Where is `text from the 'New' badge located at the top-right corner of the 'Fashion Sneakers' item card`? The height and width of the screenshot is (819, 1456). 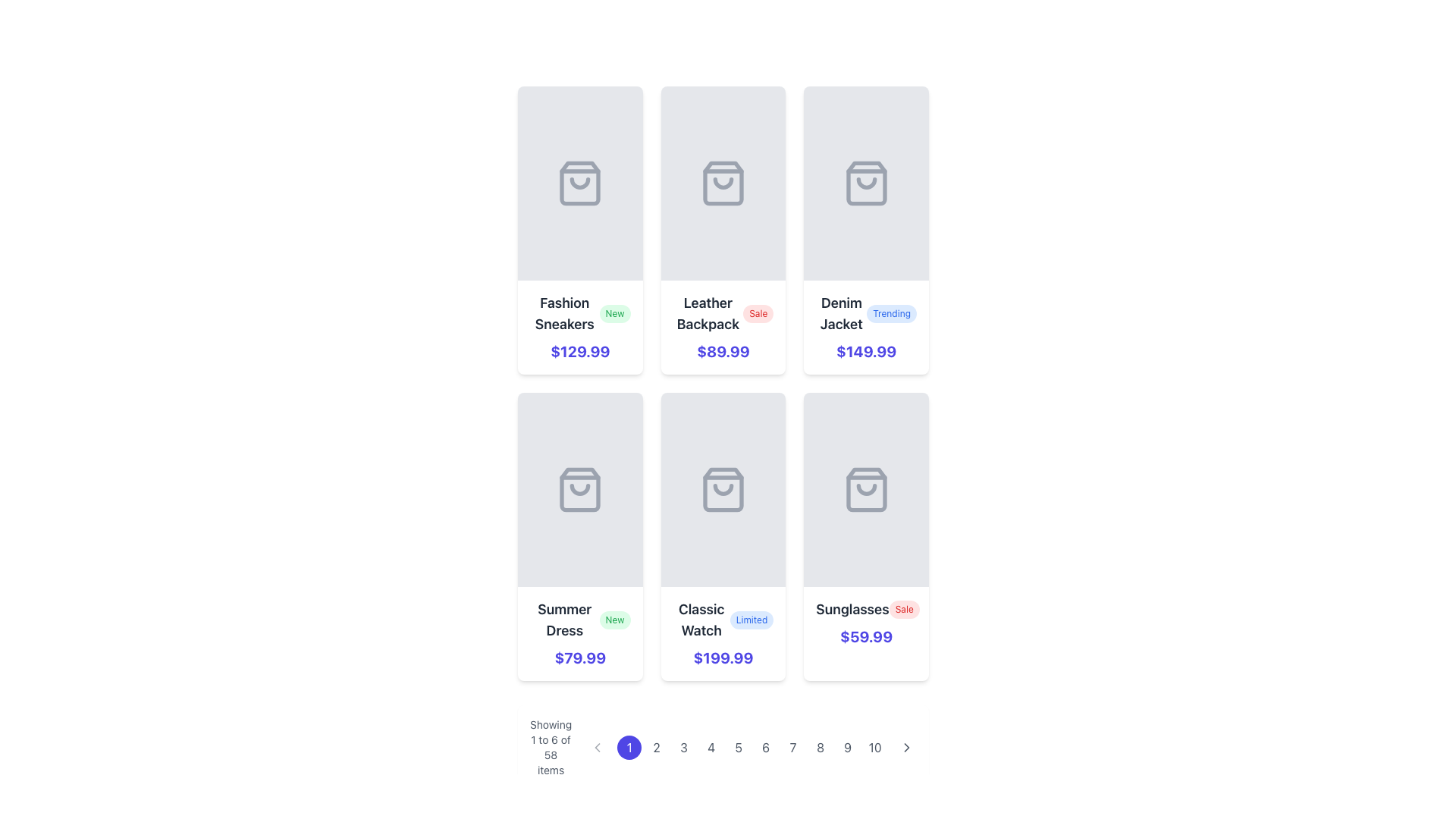
text from the 'New' badge located at the top-right corner of the 'Fashion Sneakers' item card is located at coordinates (615, 312).